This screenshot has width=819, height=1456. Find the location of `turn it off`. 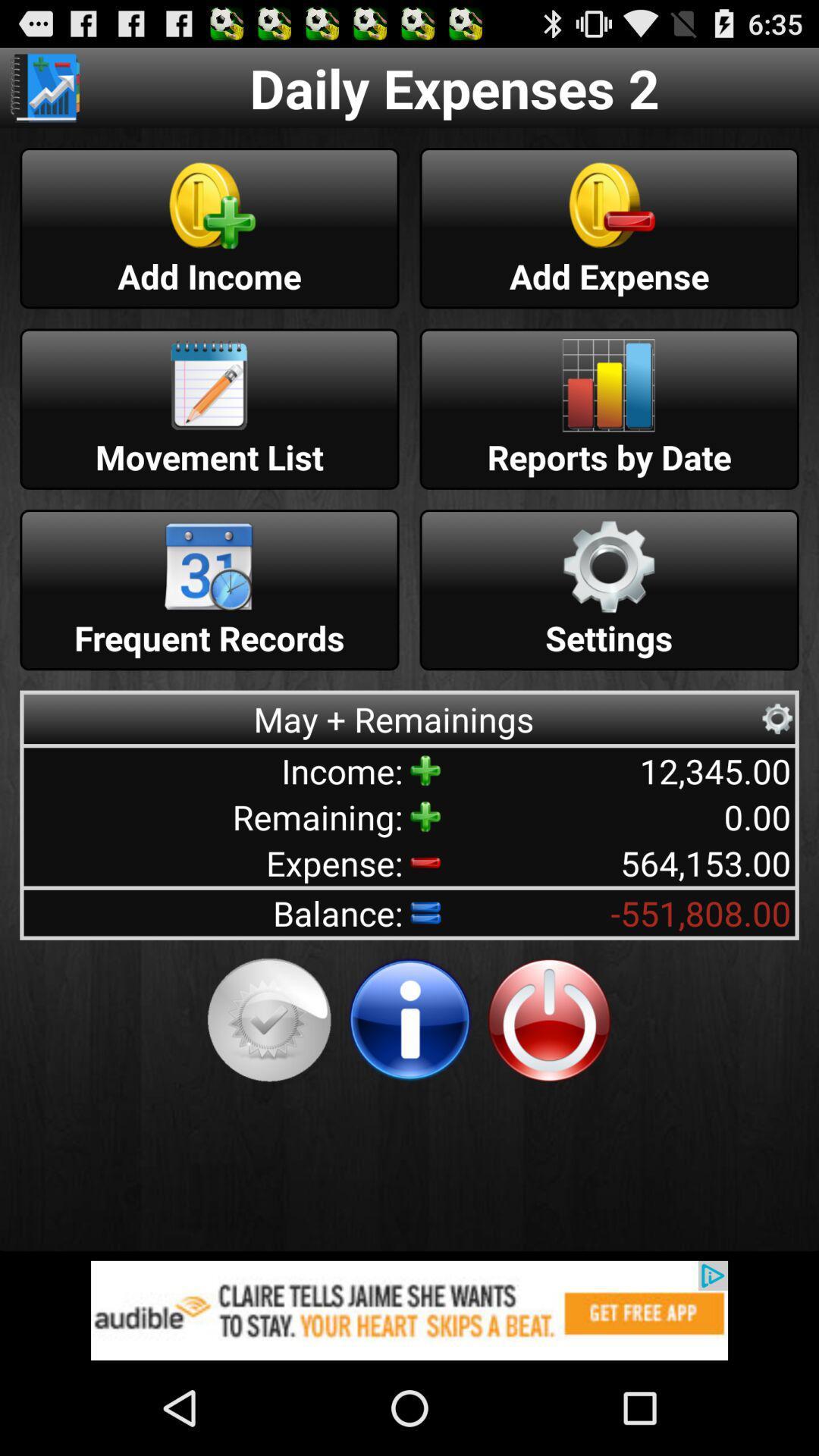

turn it off is located at coordinates (549, 1020).